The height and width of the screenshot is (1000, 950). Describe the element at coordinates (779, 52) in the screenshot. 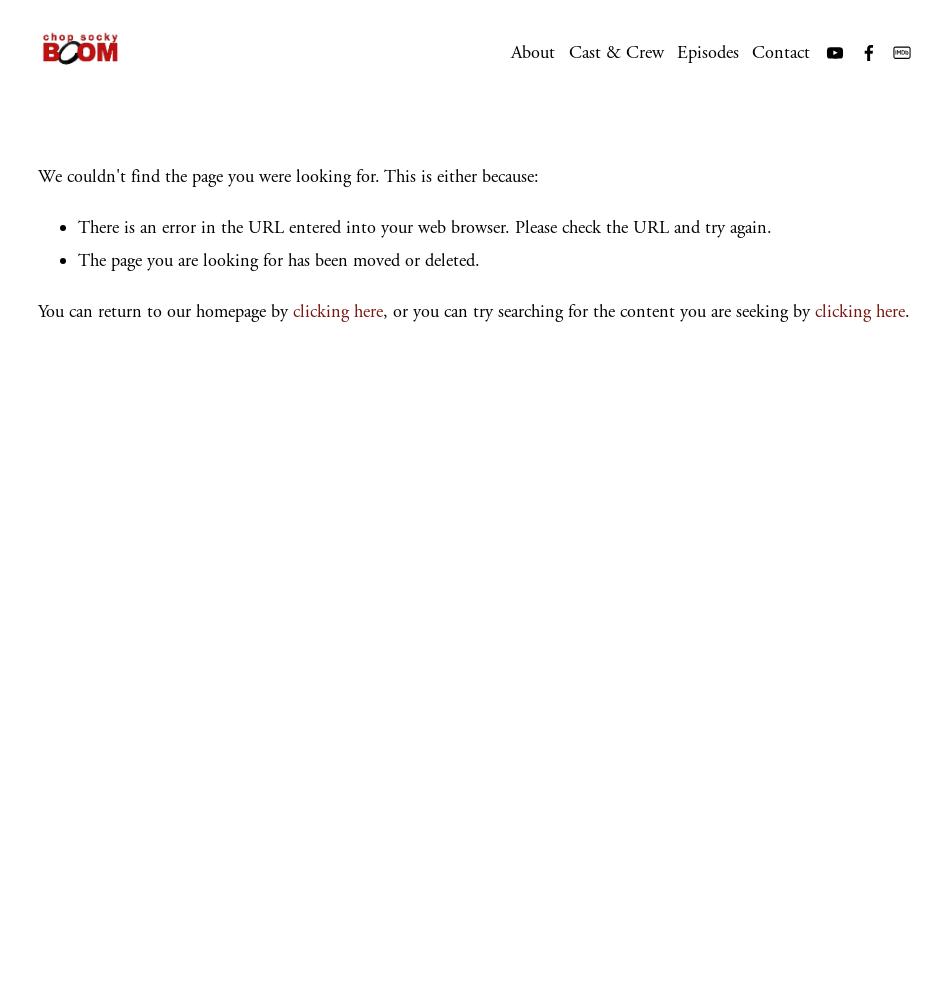

I see `'Contact'` at that location.